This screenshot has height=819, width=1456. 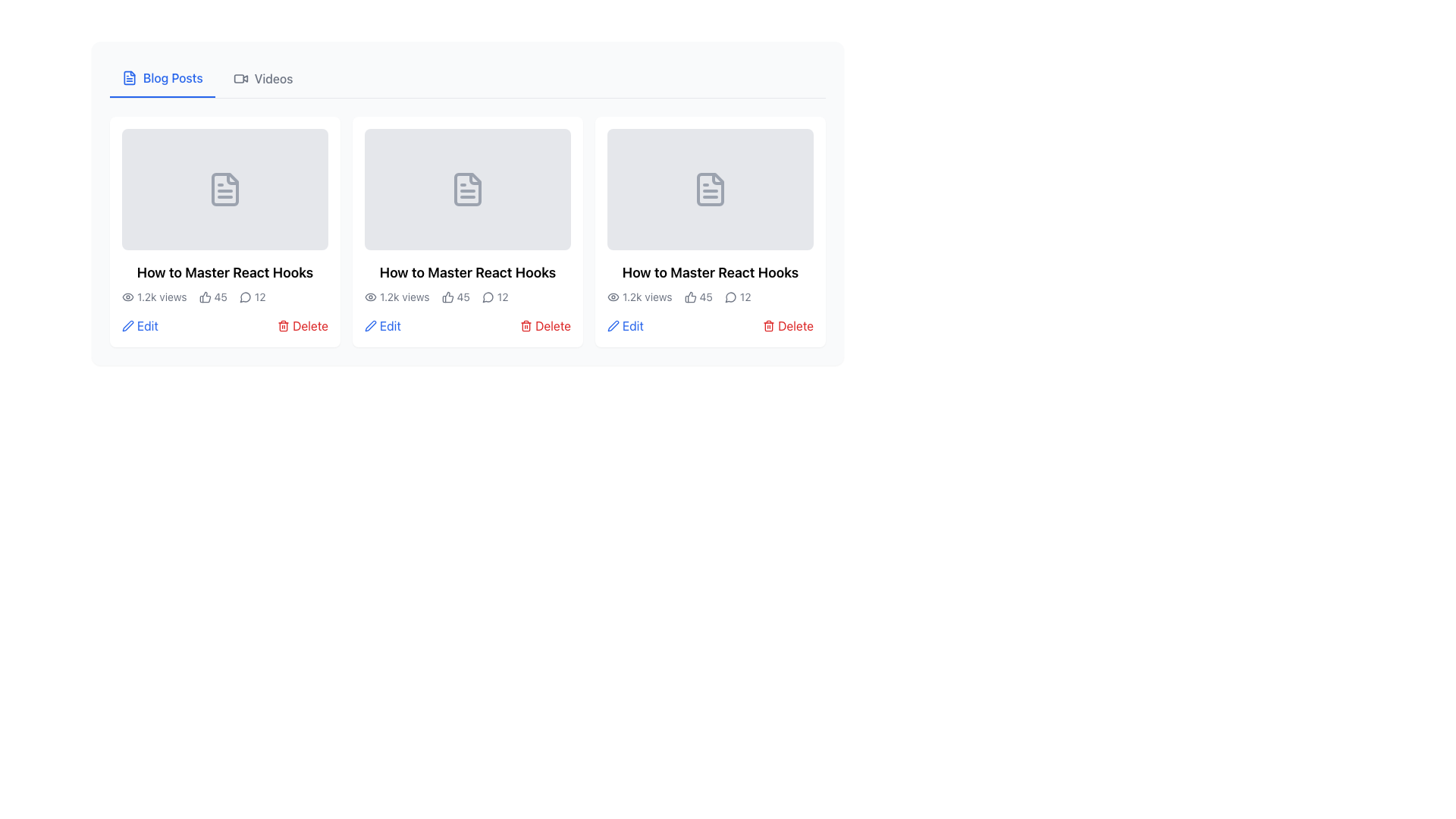 I want to click on the small rectangle with rounded corners that is part of the grouped icon representation in the 'Videos' tab, positioned near the top of the page's main content area, so click(x=238, y=79).